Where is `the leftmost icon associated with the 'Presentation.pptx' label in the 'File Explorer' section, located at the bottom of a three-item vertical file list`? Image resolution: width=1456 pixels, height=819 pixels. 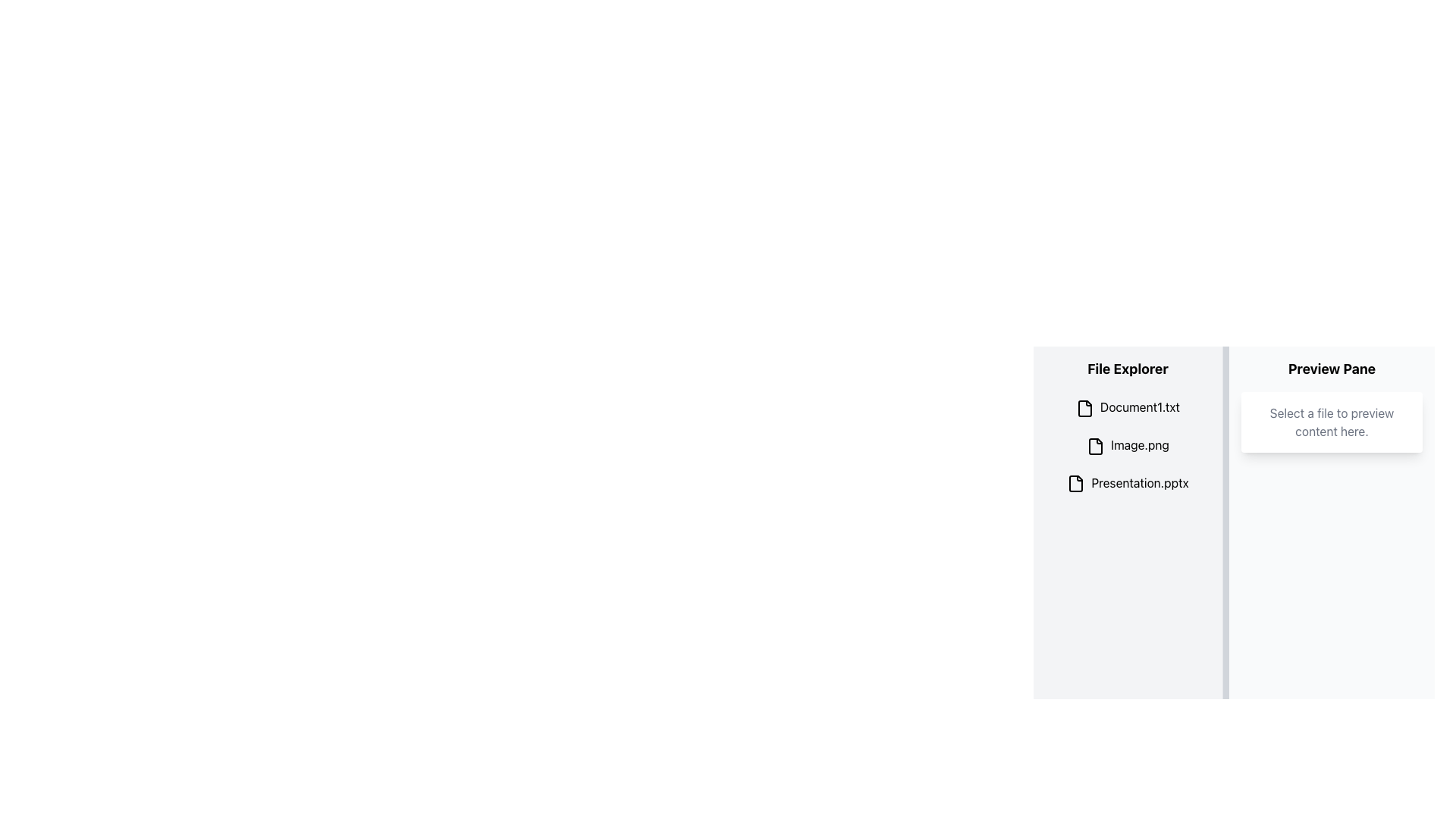 the leftmost icon associated with the 'Presentation.pptx' label in the 'File Explorer' section, located at the bottom of a three-item vertical file list is located at coordinates (1075, 484).